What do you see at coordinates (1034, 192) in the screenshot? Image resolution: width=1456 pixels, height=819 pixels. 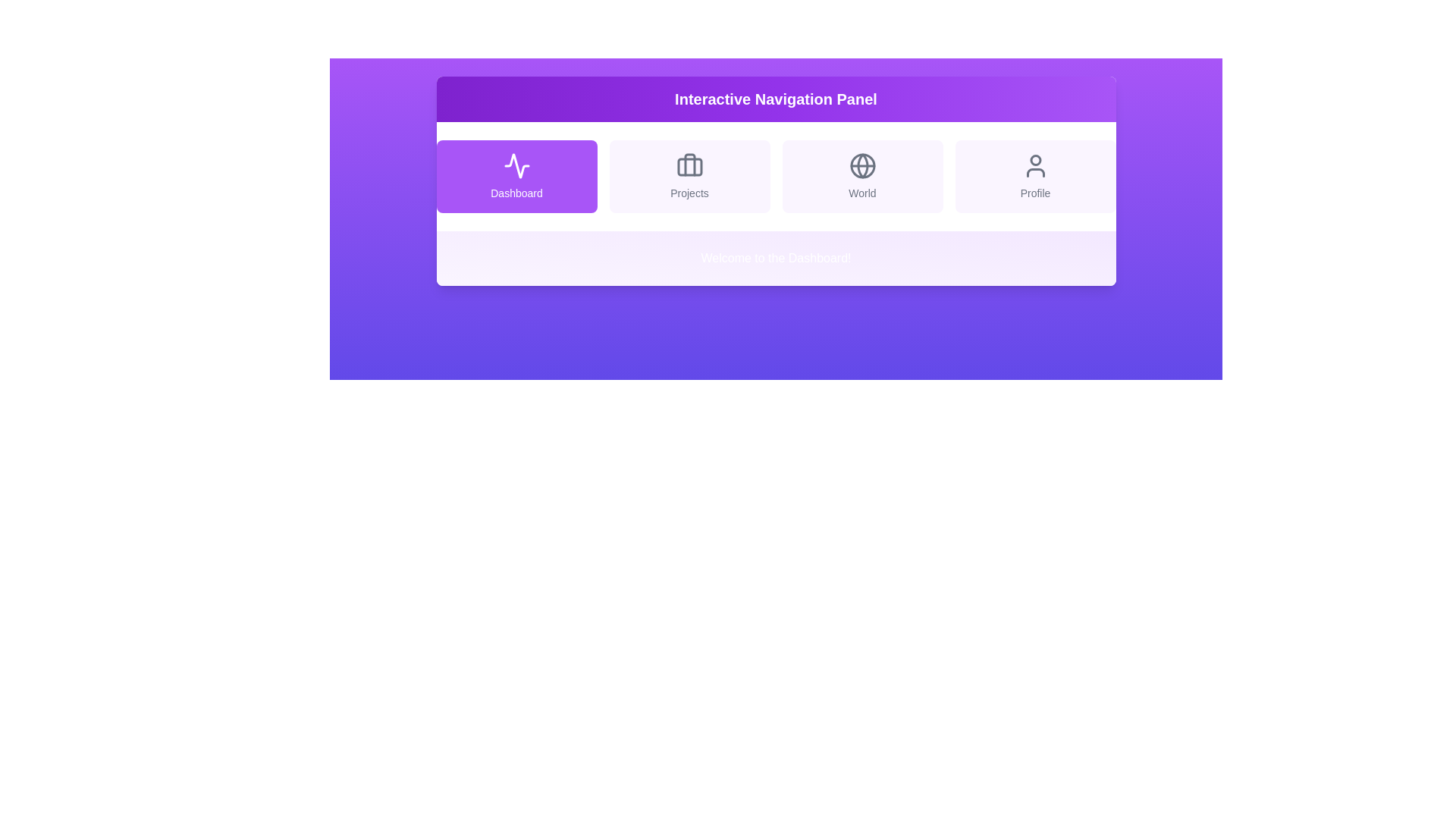 I see `the text label that reads 'Profile', which is located below a user icon within a light purple button in the navigation panel` at bounding box center [1034, 192].